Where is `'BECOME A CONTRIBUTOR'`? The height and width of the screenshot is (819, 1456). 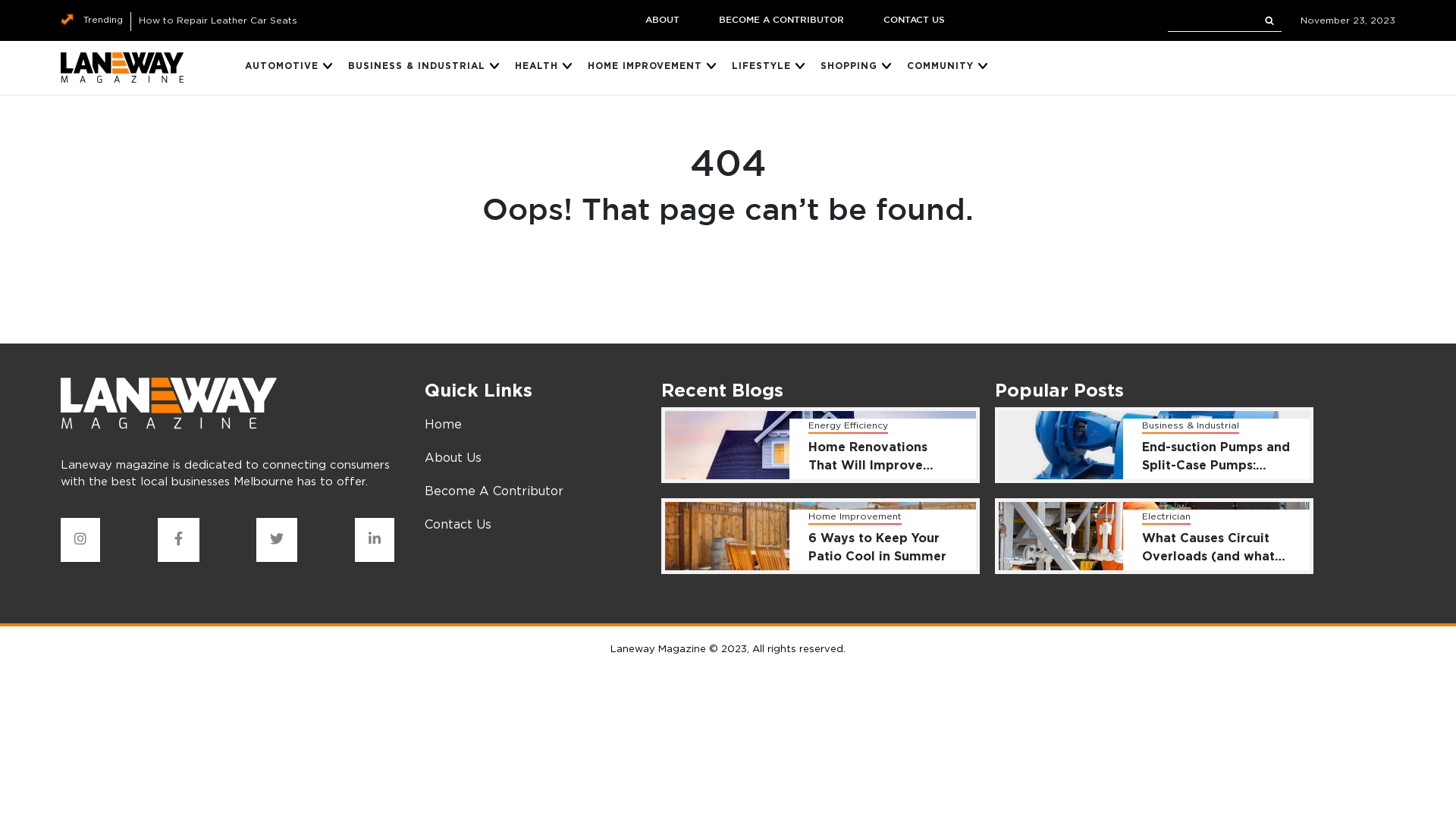 'BECOME A CONTRIBUTOR' is located at coordinates (781, 20).